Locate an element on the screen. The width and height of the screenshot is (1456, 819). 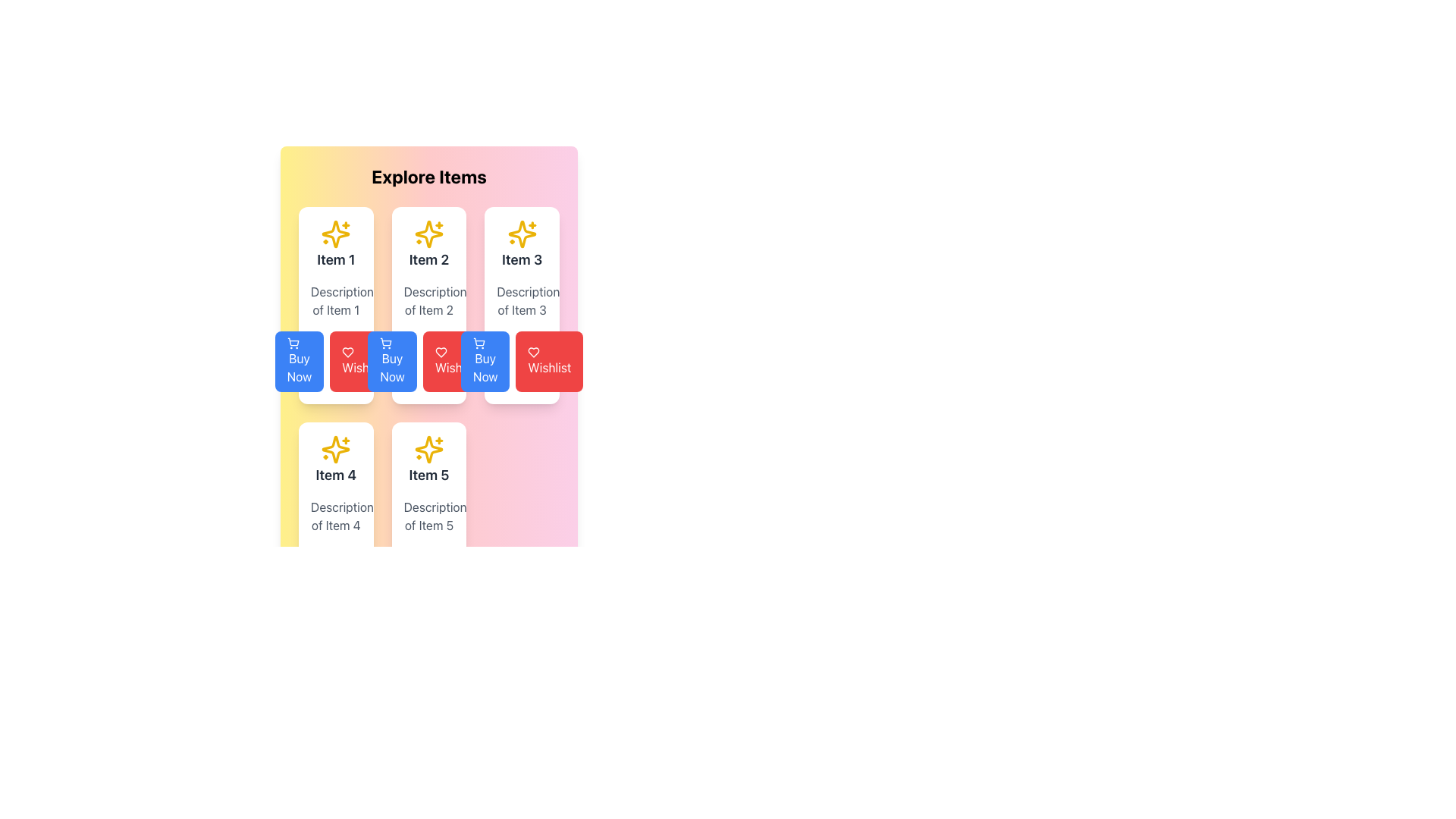
the heart icon representing the 'Wishlist' button located in the card for 'Item 3' is located at coordinates (440, 353).